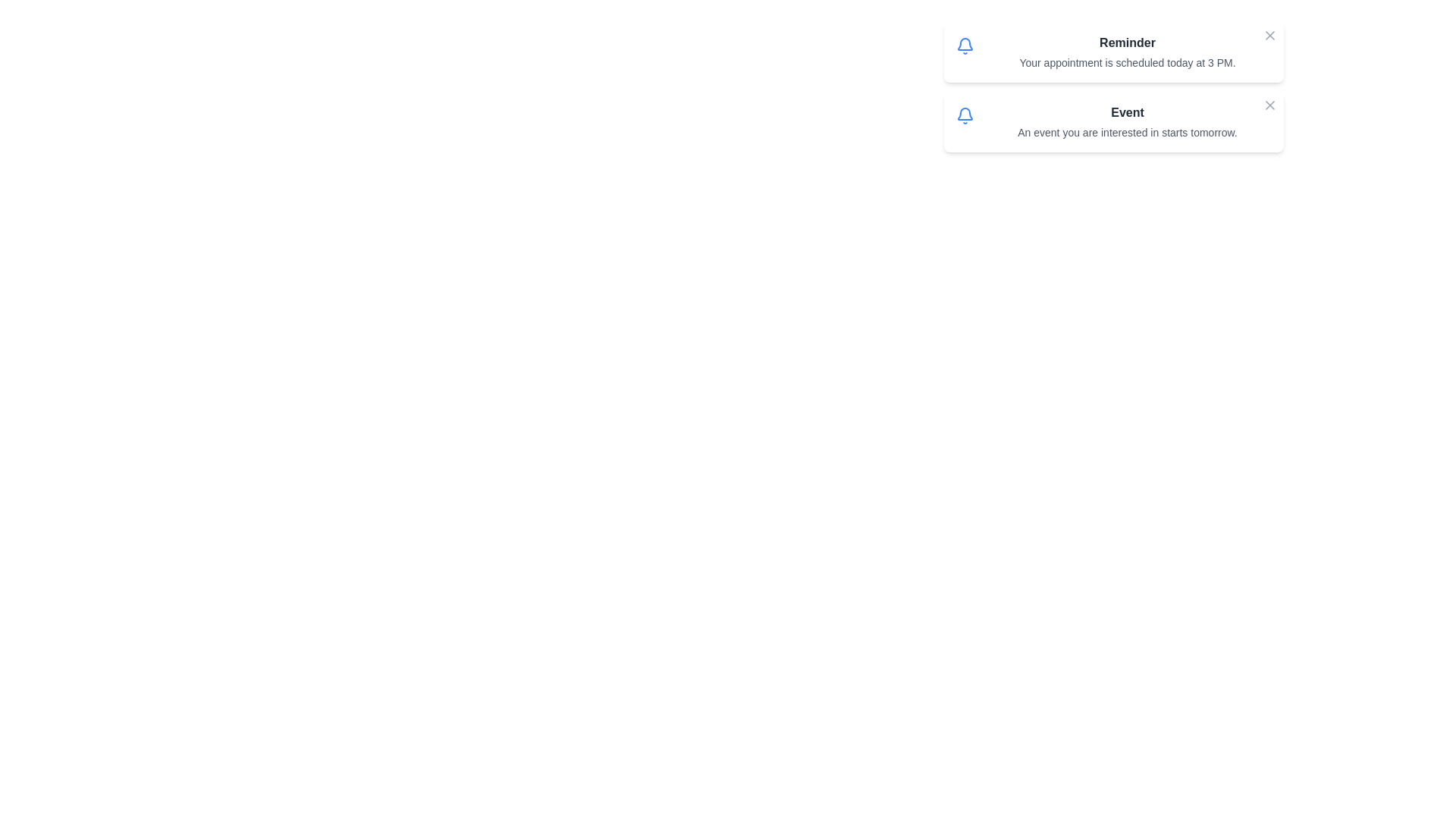 The image size is (1456, 819). What do you see at coordinates (1128, 131) in the screenshot?
I see `the informative description text located at the left-bottom of the notification card, below the header text 'Event'` at bounding box center [1128, 131].